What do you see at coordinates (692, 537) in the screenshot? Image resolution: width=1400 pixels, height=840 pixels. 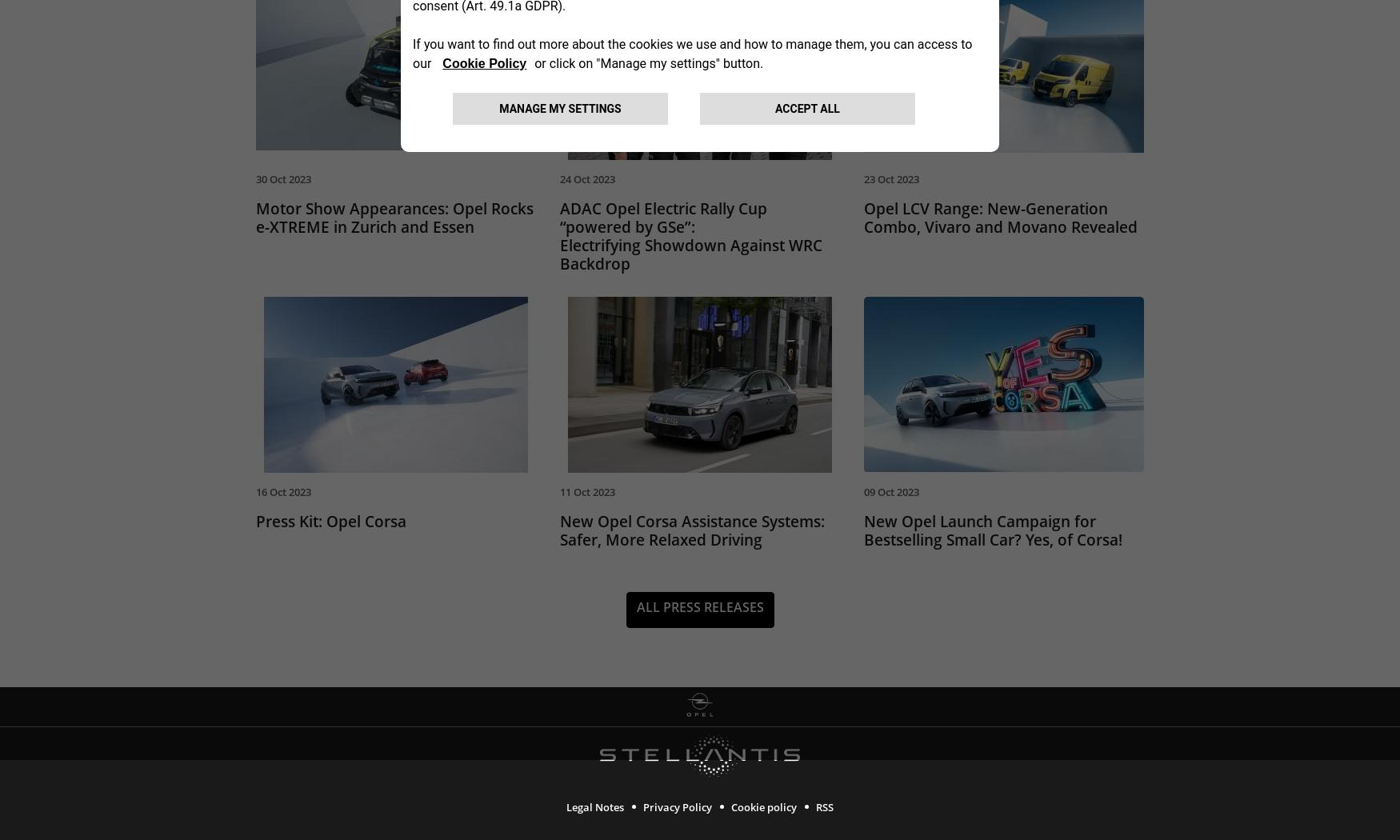 I see `'New Opel Corsa Assistance Systems: Safer, More Relaxed Driving'` at bounding box center [692, 537].